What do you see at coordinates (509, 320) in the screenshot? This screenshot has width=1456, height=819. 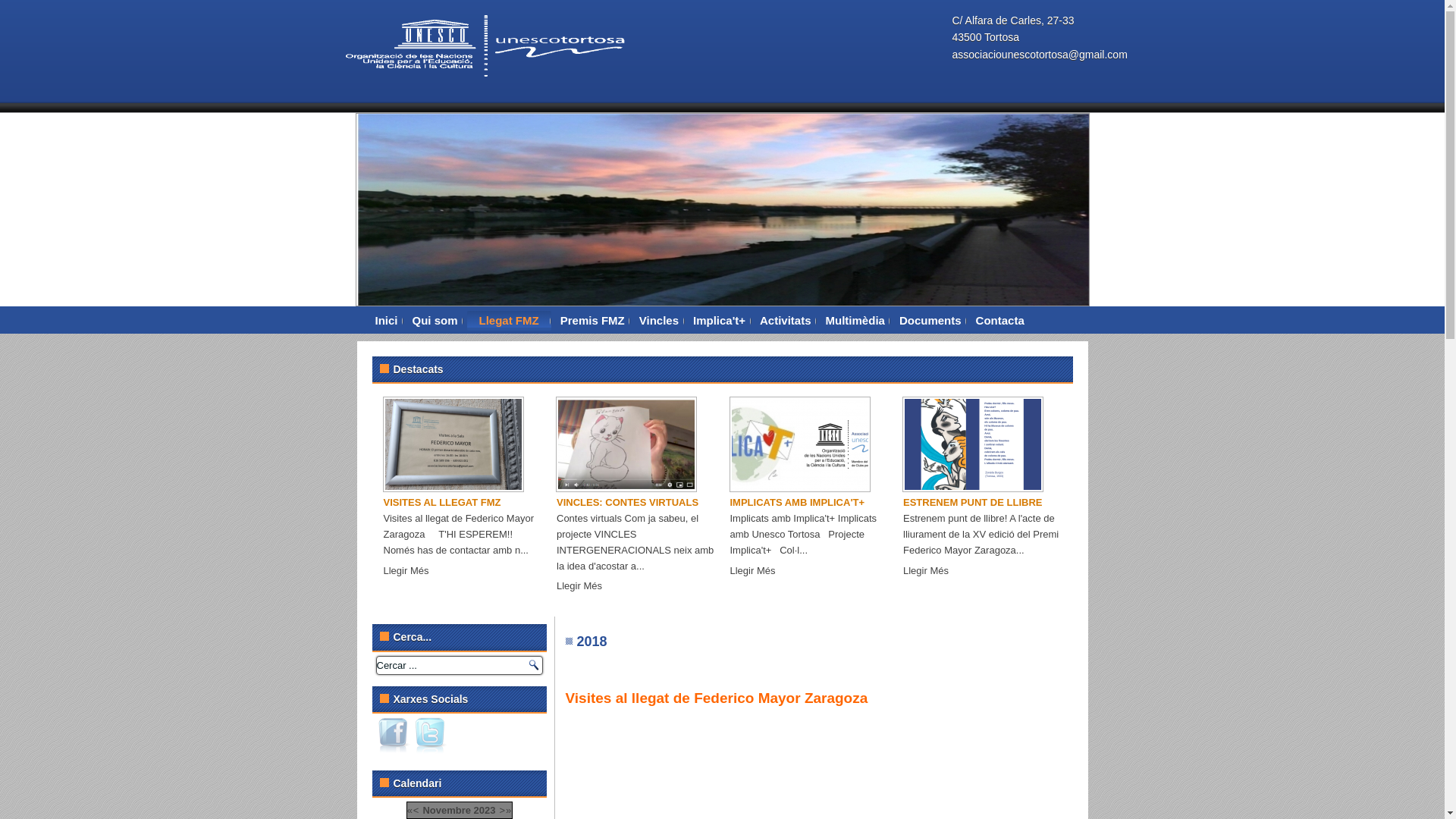 I see `'Llegat FMZ'` at bounding box center [509, 320].